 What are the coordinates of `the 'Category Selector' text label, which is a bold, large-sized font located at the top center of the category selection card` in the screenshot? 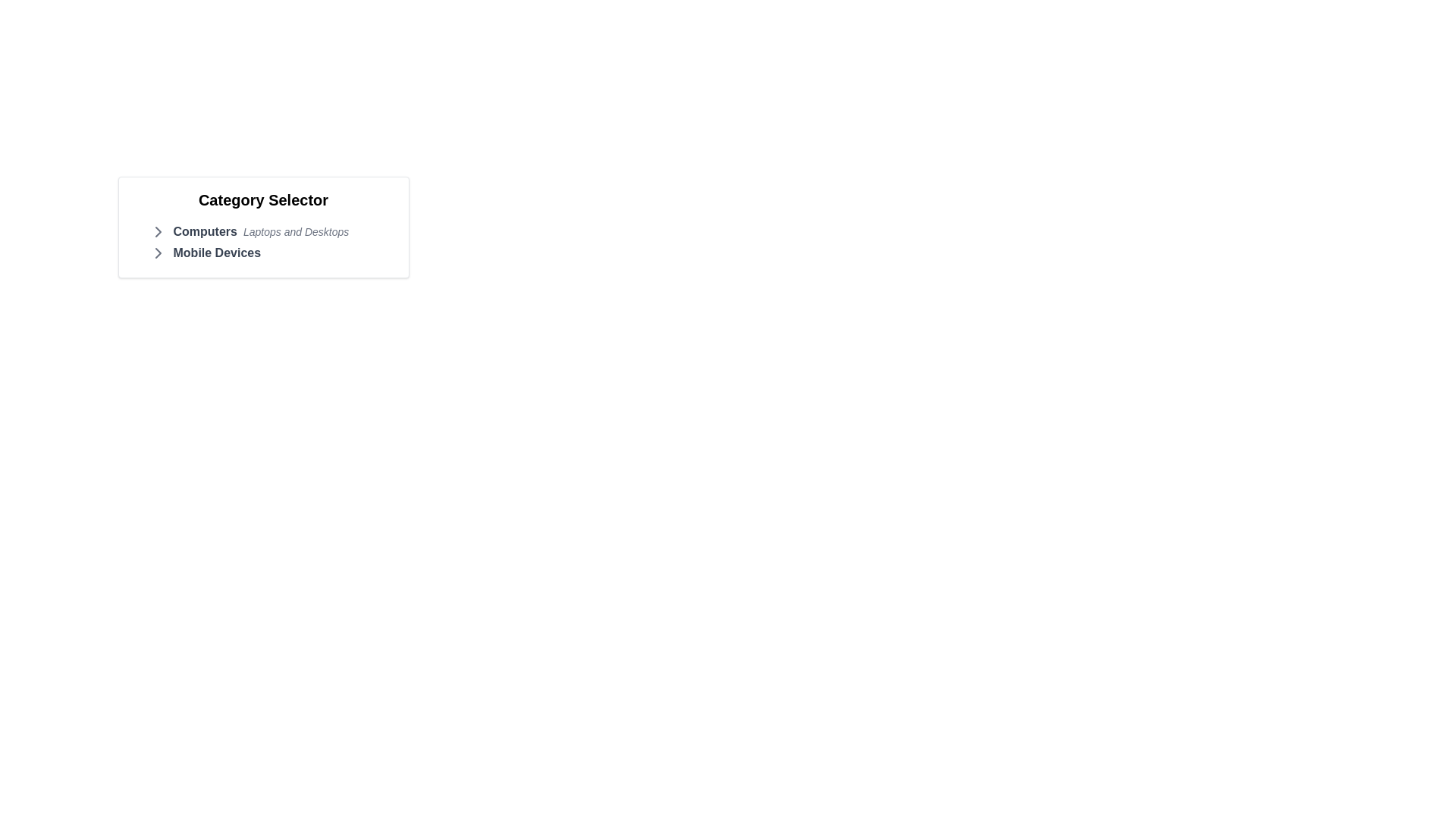 It's located at (263, 199).